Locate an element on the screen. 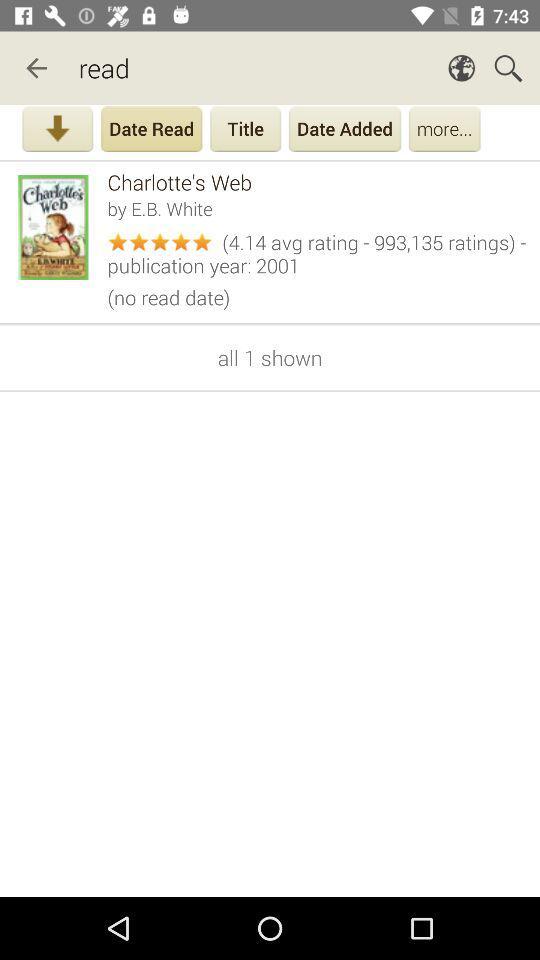  date read is located at coordinates (150, 130).